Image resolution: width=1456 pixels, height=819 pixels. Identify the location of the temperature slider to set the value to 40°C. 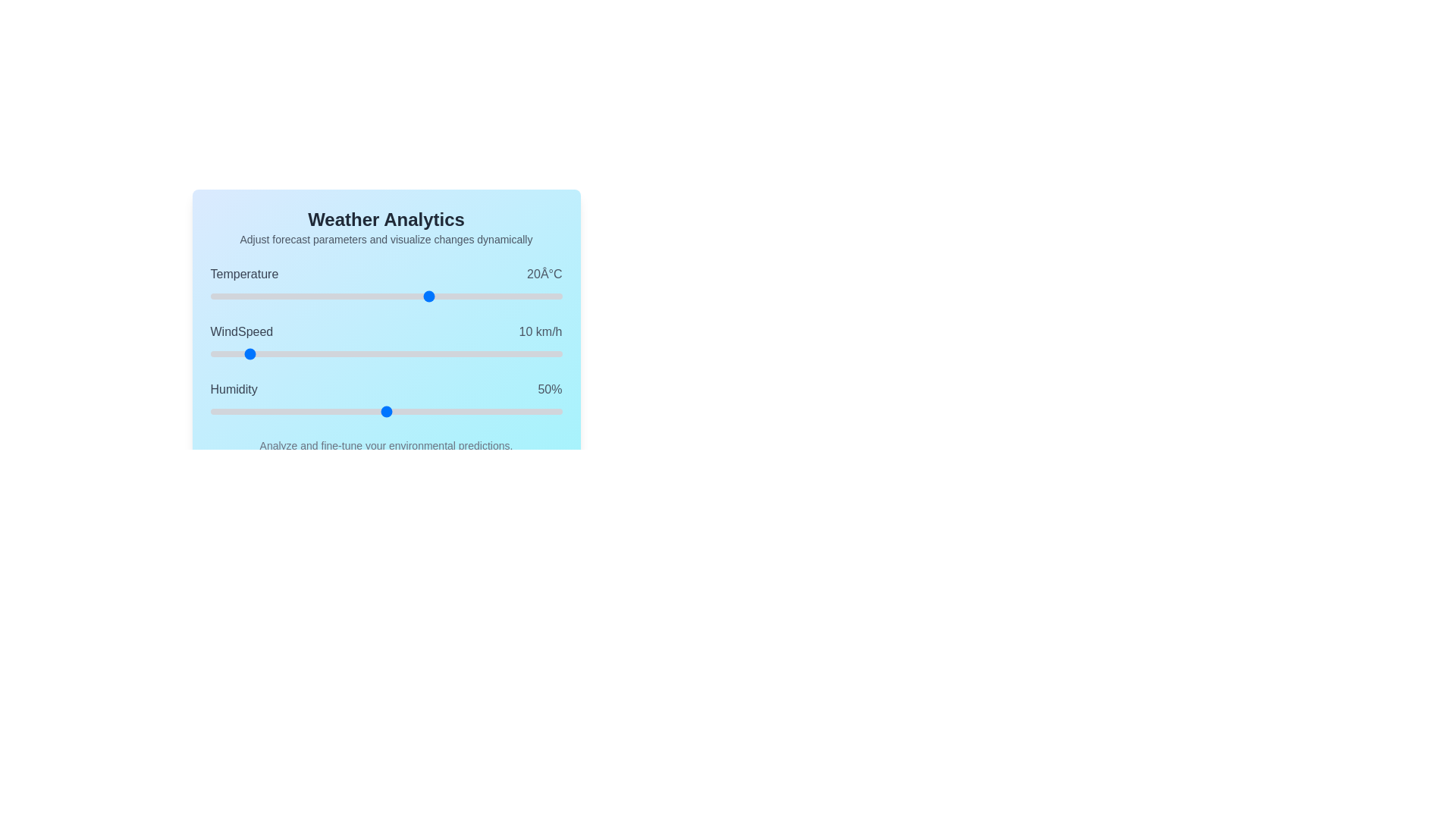
(518, 296).